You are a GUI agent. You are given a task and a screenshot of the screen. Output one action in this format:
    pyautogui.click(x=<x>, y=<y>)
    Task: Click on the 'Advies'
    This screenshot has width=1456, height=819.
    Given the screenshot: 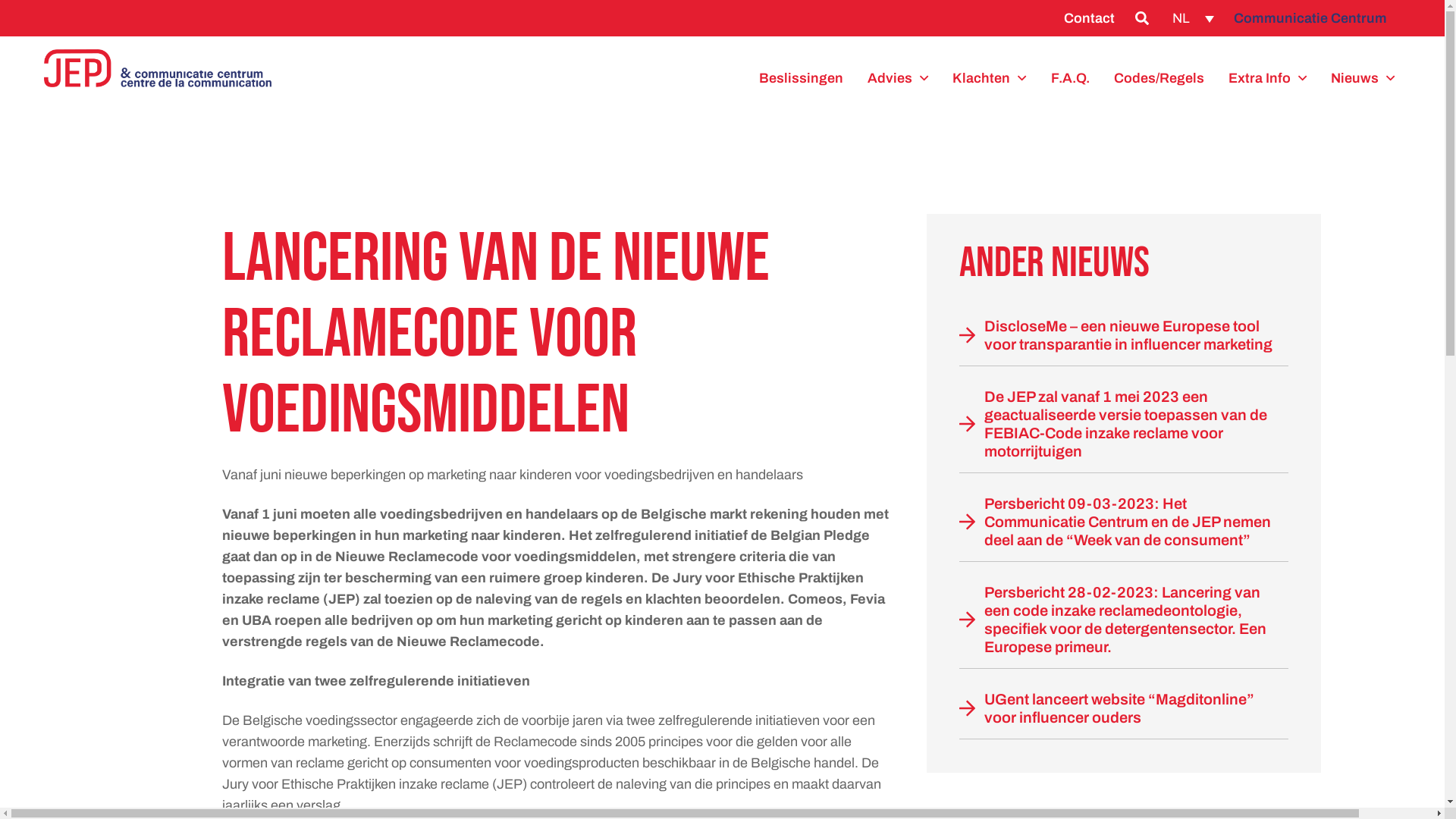 What is the action you would take?
    pyautogui.click(x=898, y=78)
    